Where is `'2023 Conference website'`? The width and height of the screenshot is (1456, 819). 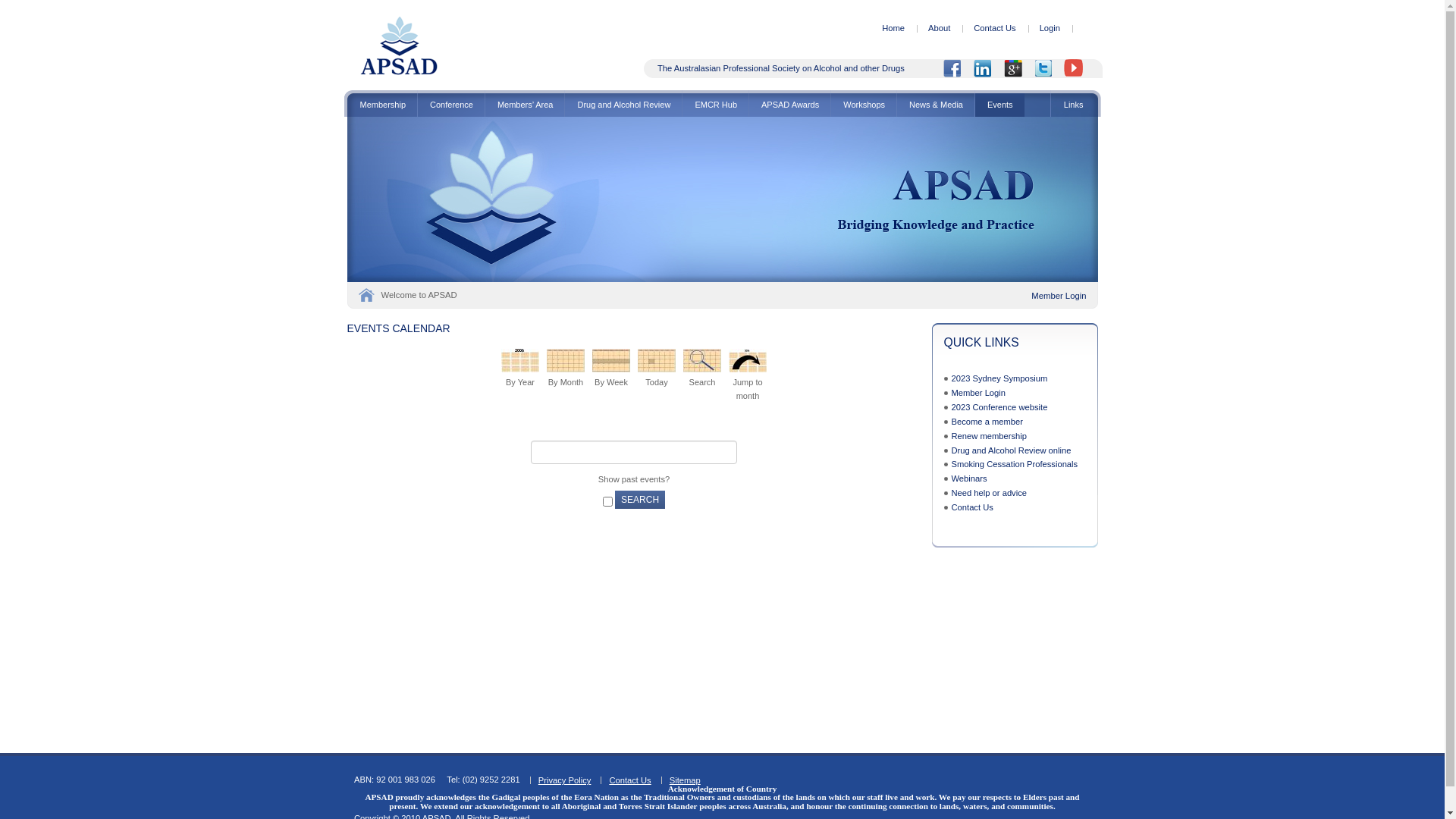
'2023 Conference website' is located at coordinates (999, 406).